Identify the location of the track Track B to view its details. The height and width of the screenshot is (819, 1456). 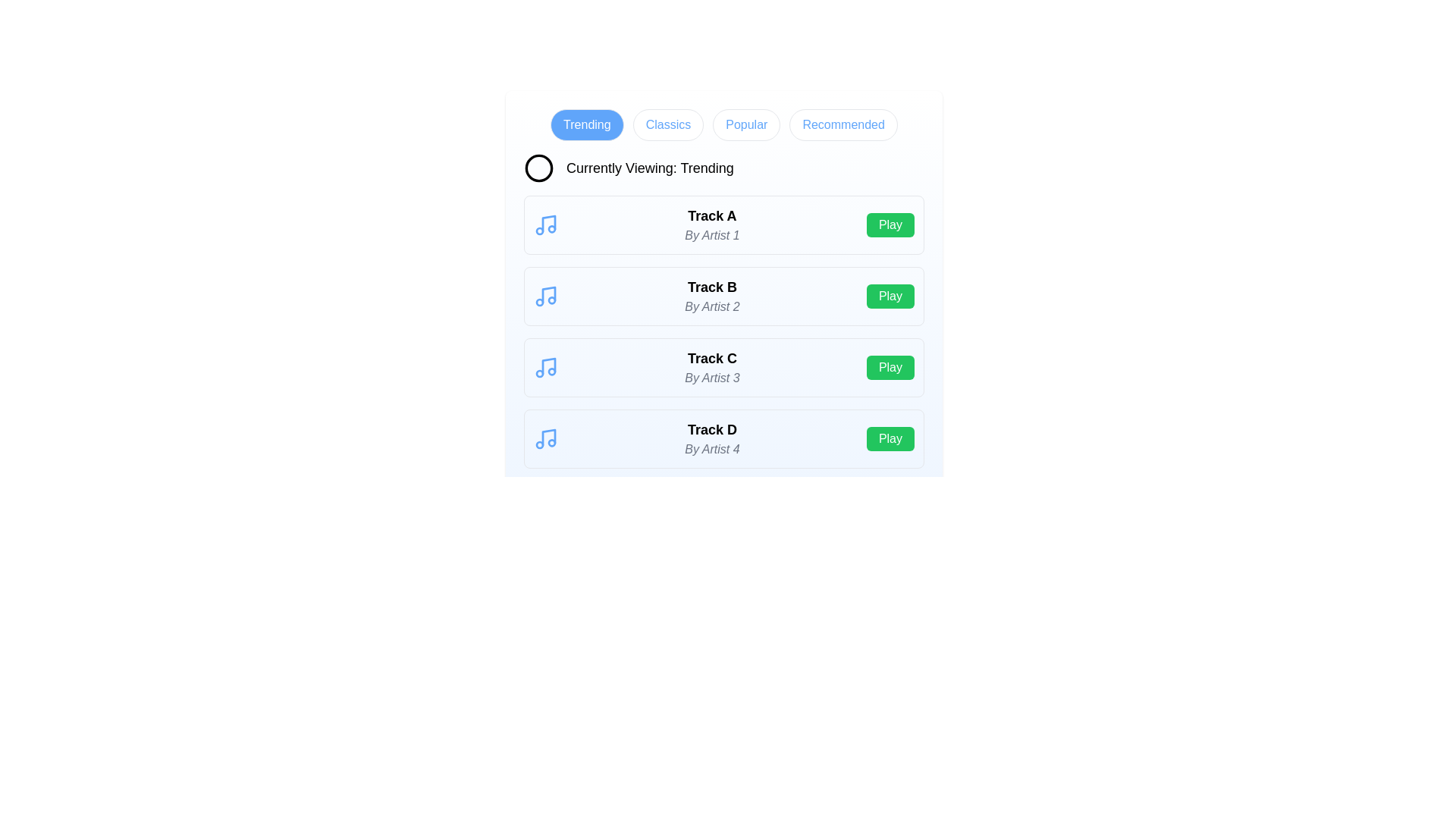
(711, 296).